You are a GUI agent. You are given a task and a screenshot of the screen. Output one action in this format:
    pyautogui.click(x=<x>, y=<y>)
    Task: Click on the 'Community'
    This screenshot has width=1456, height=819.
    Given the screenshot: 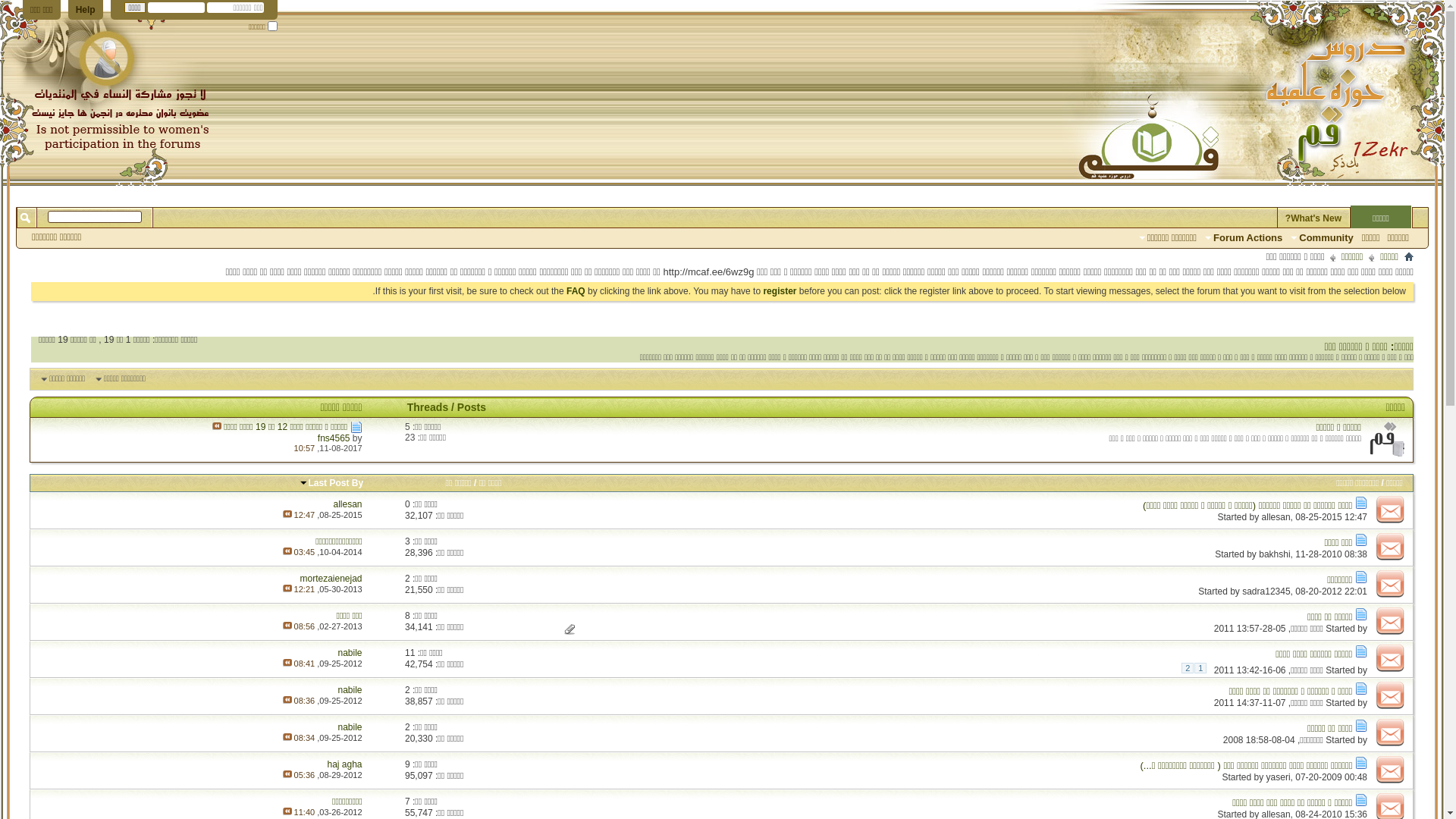 What is the action you would take?
    pyautogui.click(x=1321, y=237)
    